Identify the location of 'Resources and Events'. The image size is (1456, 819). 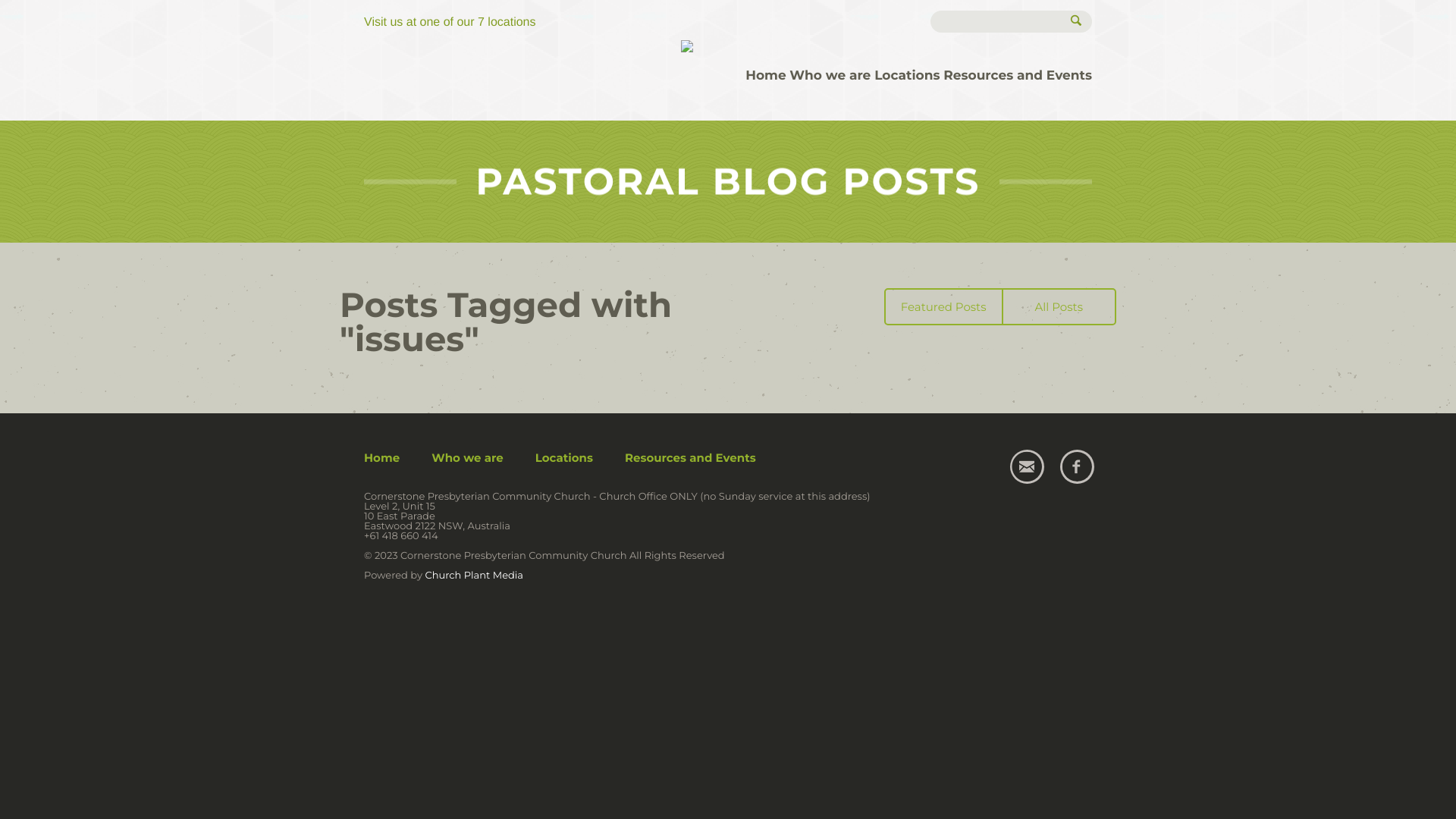
(1018, 76).